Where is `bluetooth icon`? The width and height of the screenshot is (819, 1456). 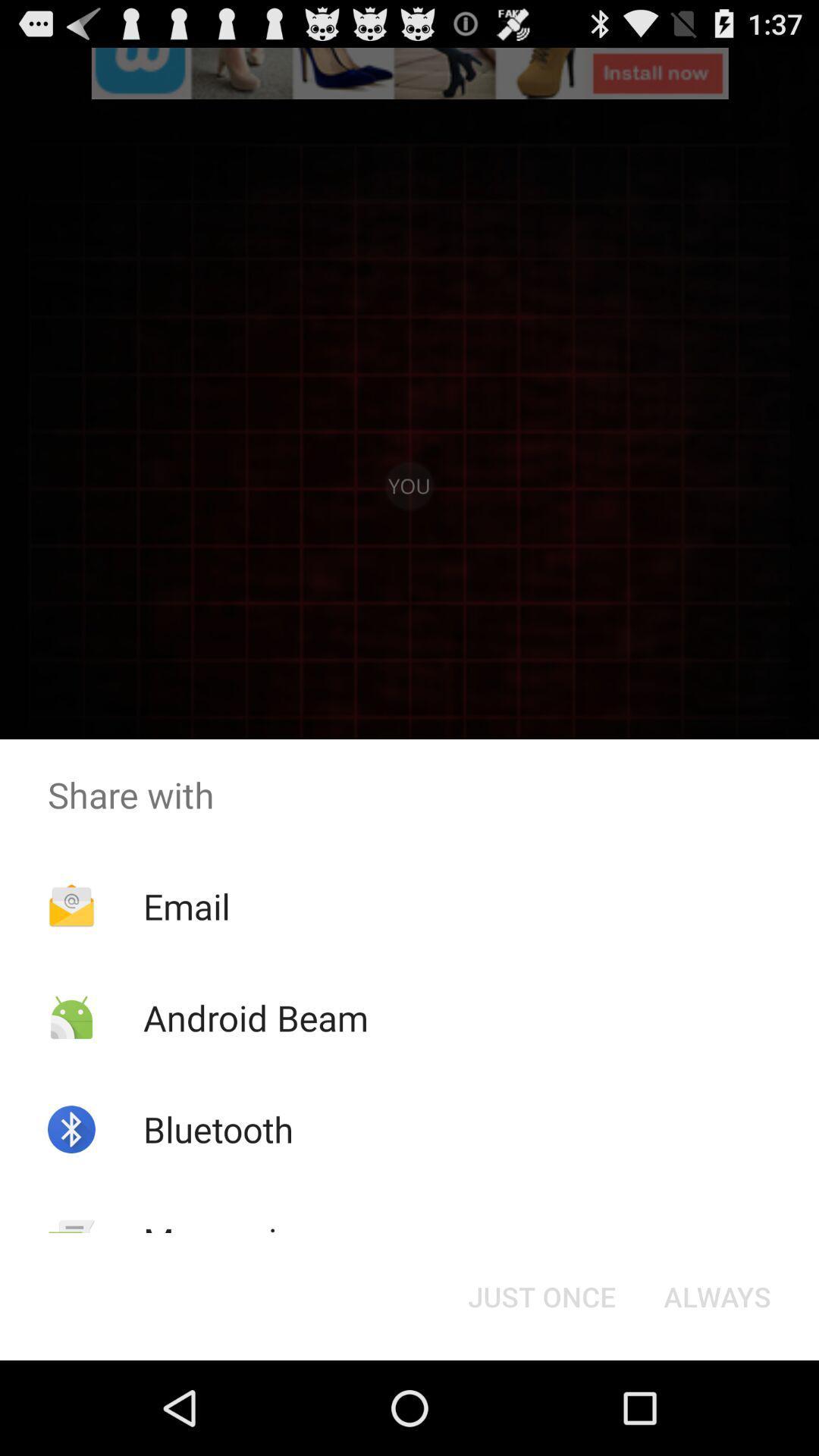 bluetooth icon is located at coordinates (218, 1129).